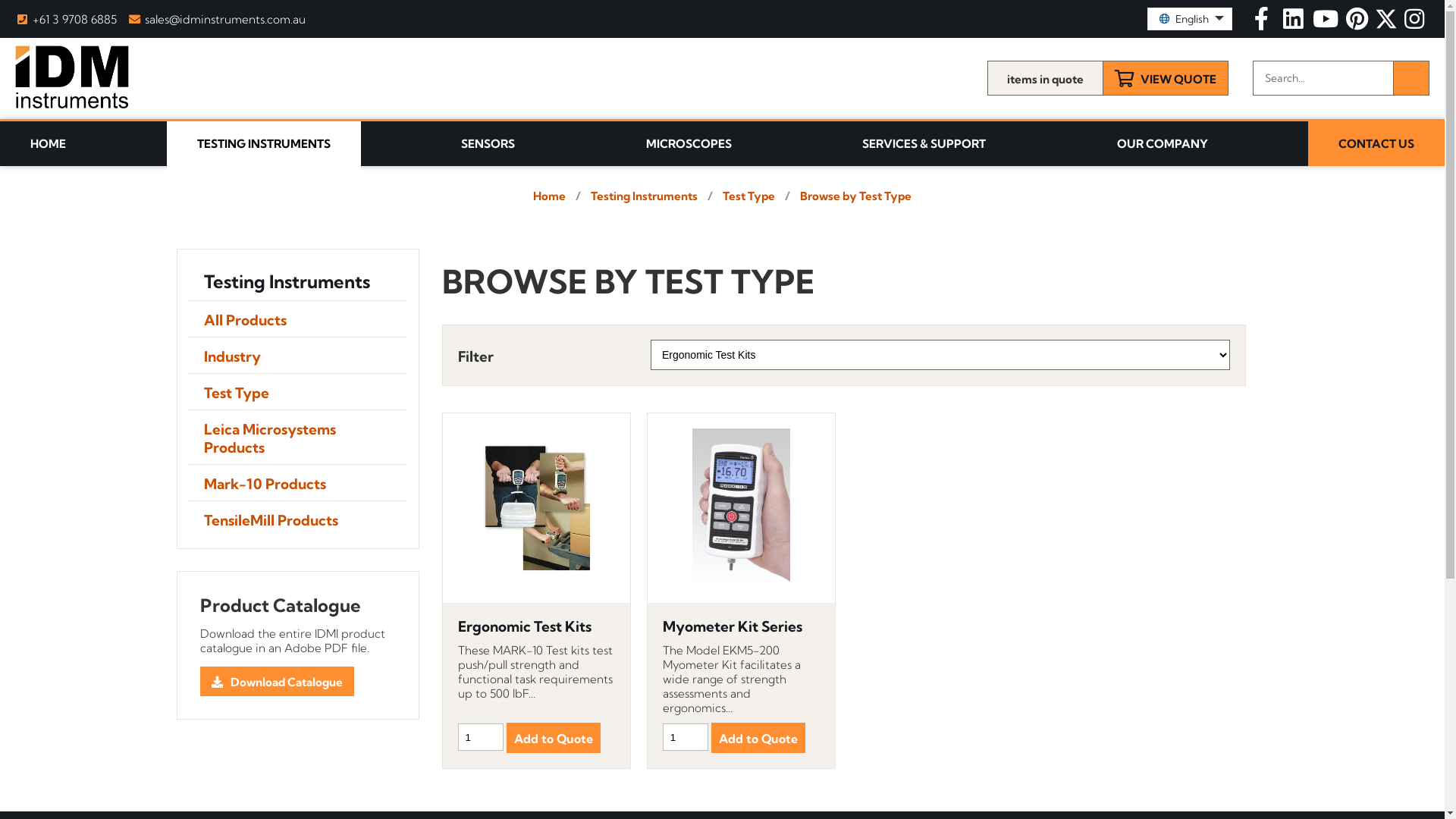 Image resolution: width=1456 pixels, height=819 pixels. What do you see at coordinates (1326, 23) in the screenshot?
I see `'IDM Instruments on Youtube'` at bounding box center [1326, 23].